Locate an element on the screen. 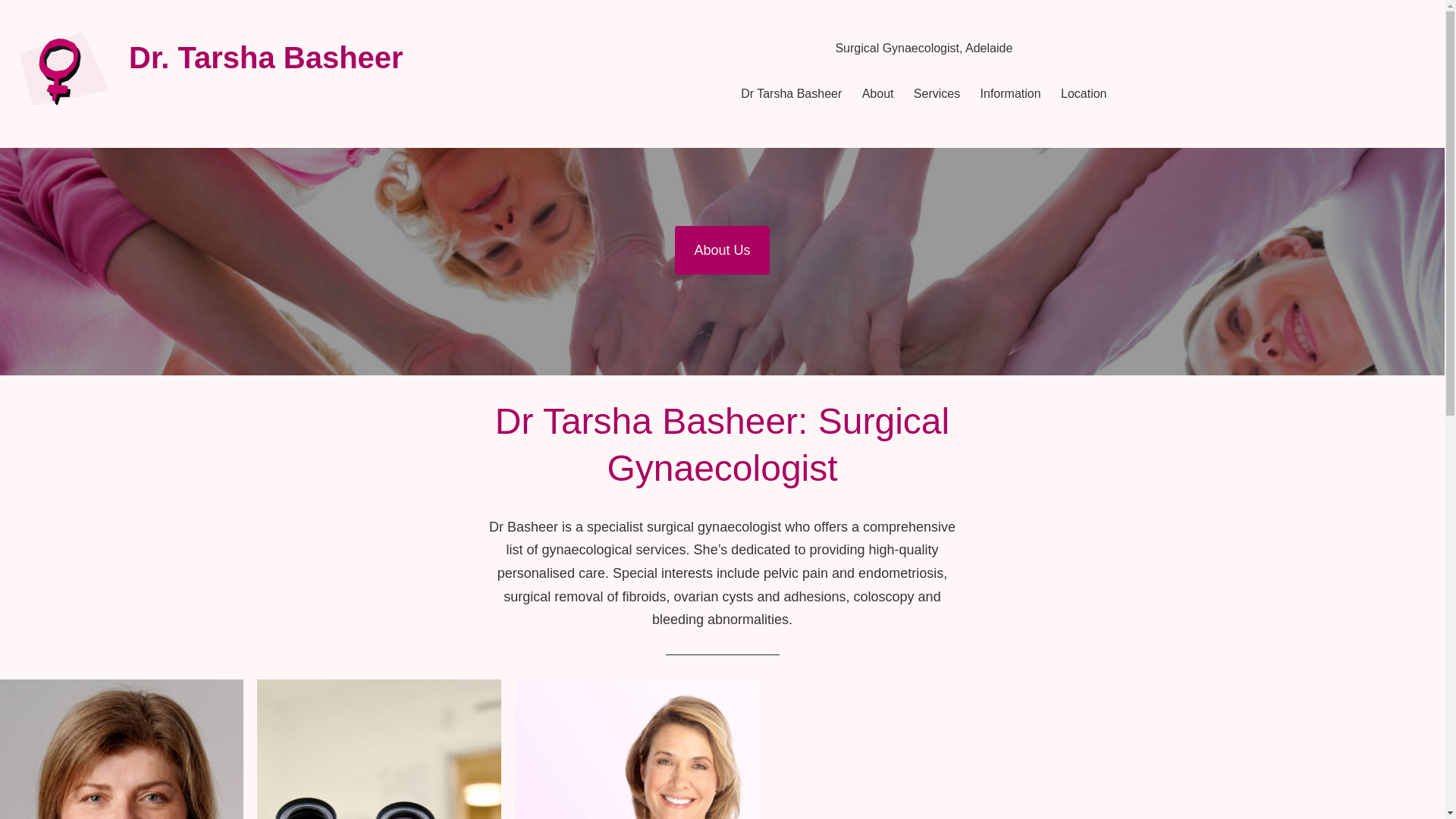  'Dr. Tarsha Basheer' is located at coordinates (265, 57).